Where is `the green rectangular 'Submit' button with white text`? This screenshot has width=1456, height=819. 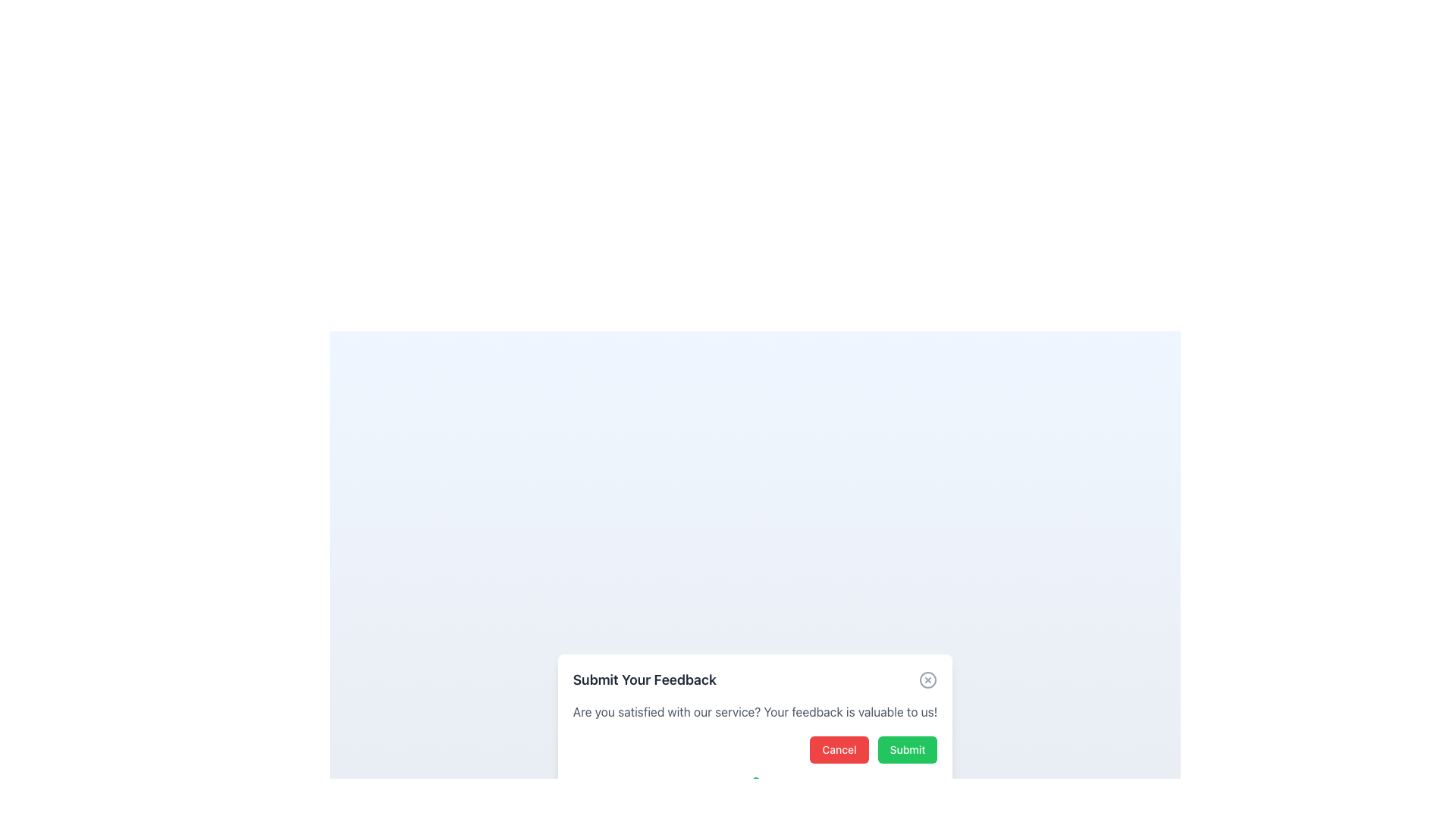 the green rectangular 'Submit' button with white text is located at coordinates (907, 748).